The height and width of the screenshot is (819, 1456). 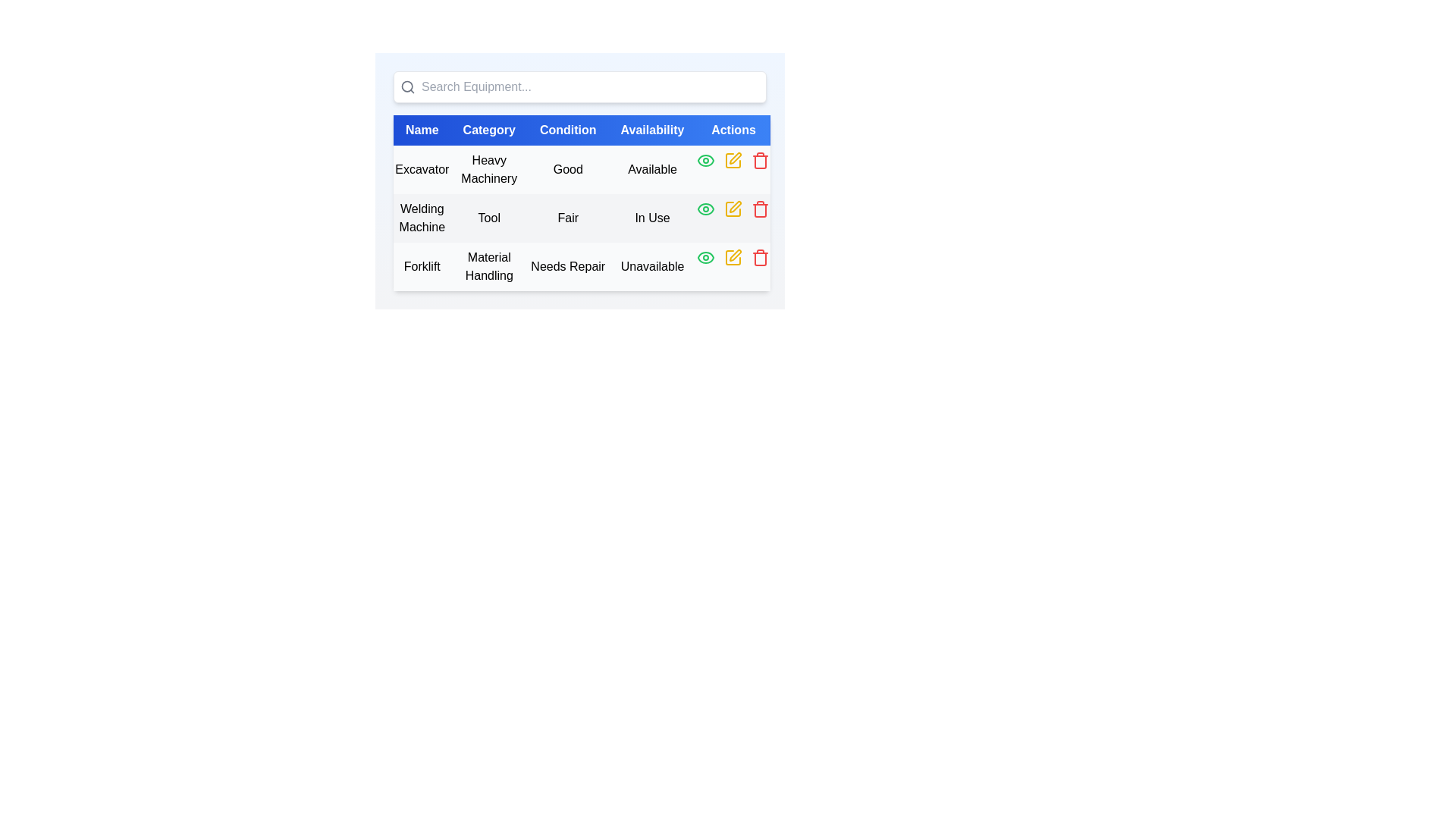 What do you see at coordinates (422, 218) in the screenshot?
I see `the text block displaying 'Welding Machine', which is located in the first column of the second row of the table, directly below the header 'Name'` at bounding box center [422, 218].